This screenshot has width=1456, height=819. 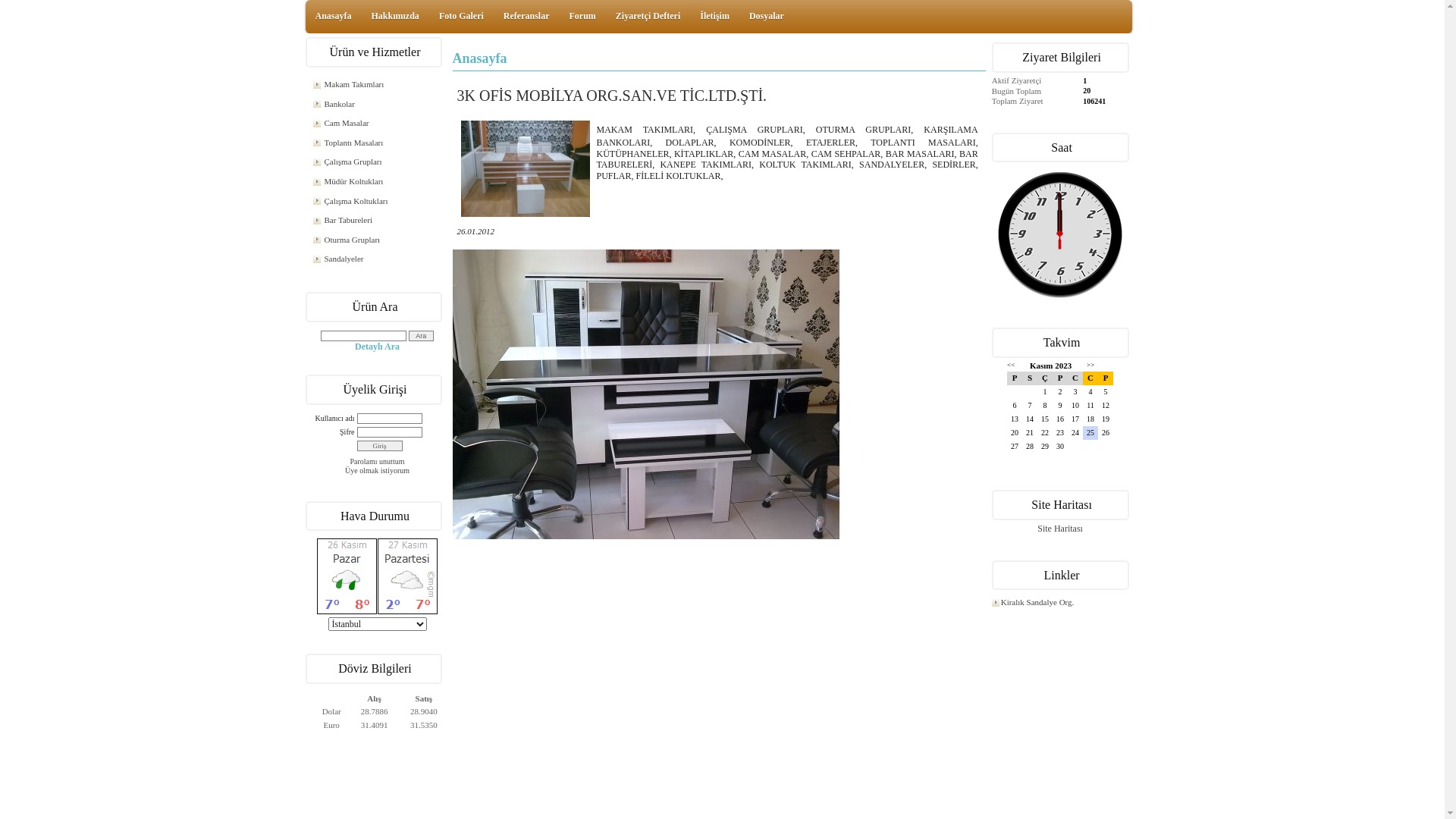 What do you see at coordinates (377, 104) in the screenshot?
I see `'Bankolar'` at bounding box center [377, 104].